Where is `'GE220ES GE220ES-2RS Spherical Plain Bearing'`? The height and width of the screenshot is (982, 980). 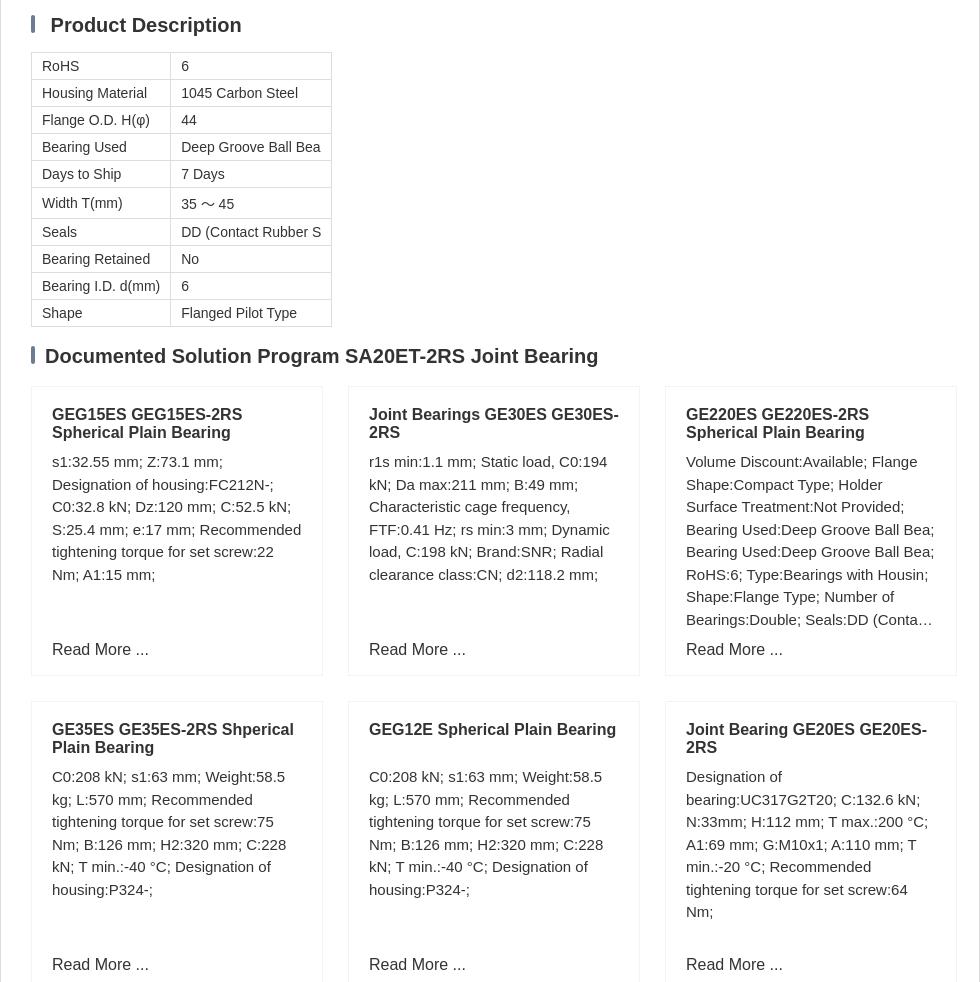 'GE220ES GE220ES-2RS Spherical Plain Bearing' is located at coordinates (777, 423).